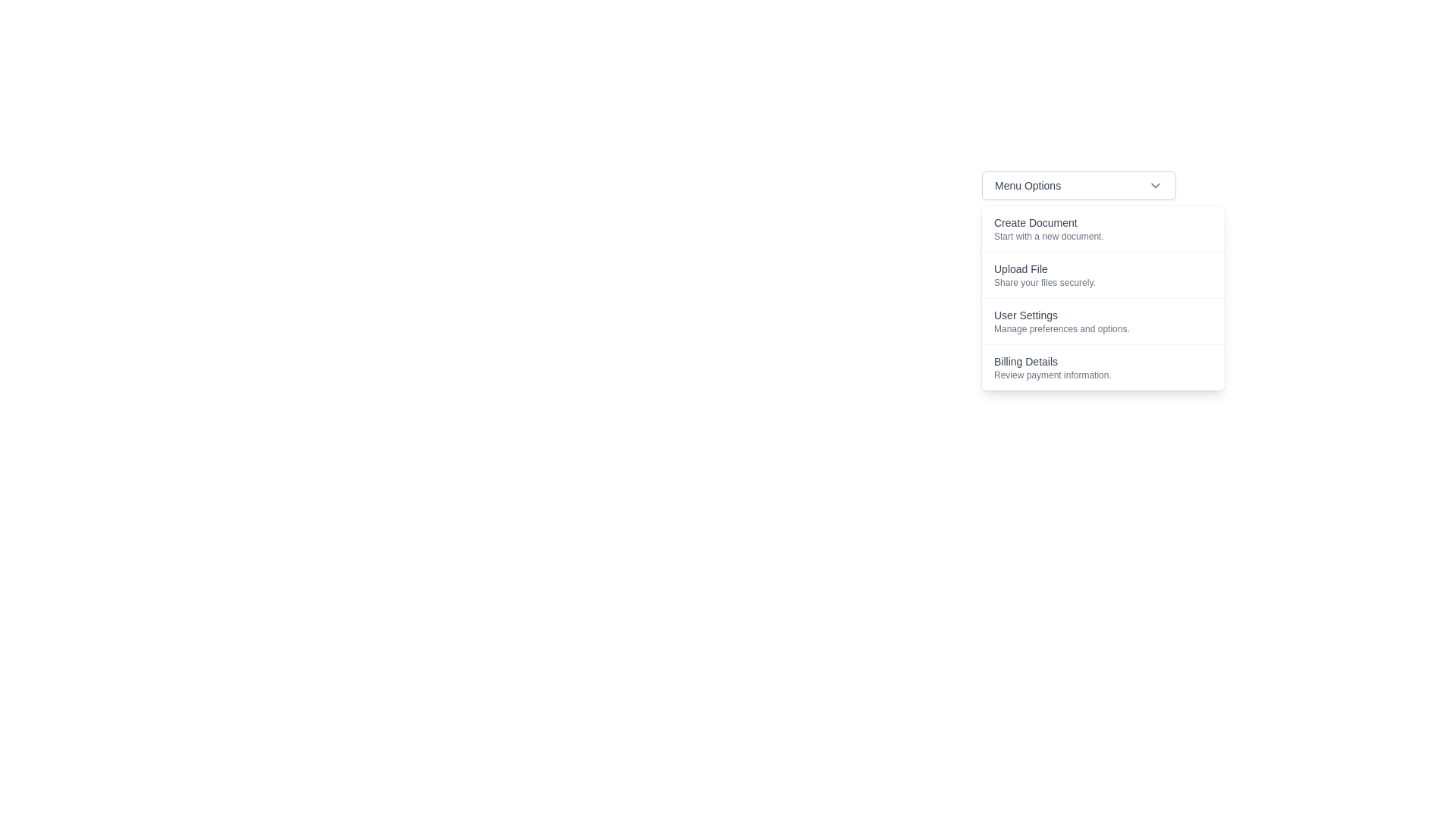 The width and height of the screenshot is (1456, 819). I want to click on the chevron icon that acts as a dropdown indicator next to the 'Menu Options' button, so click(1154, 185).